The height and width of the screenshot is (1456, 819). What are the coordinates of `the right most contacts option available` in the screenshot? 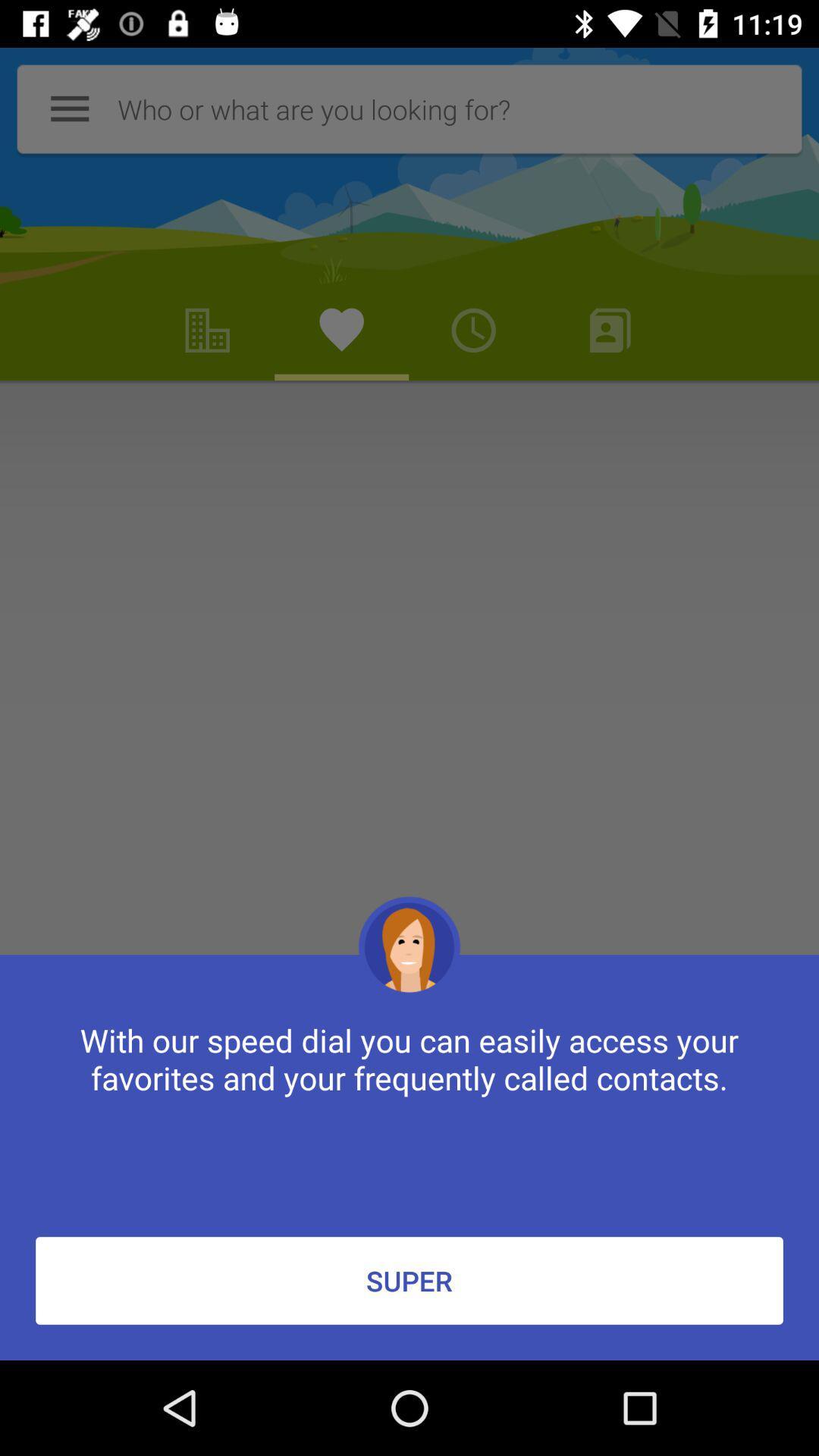 It's located at (610, 330).